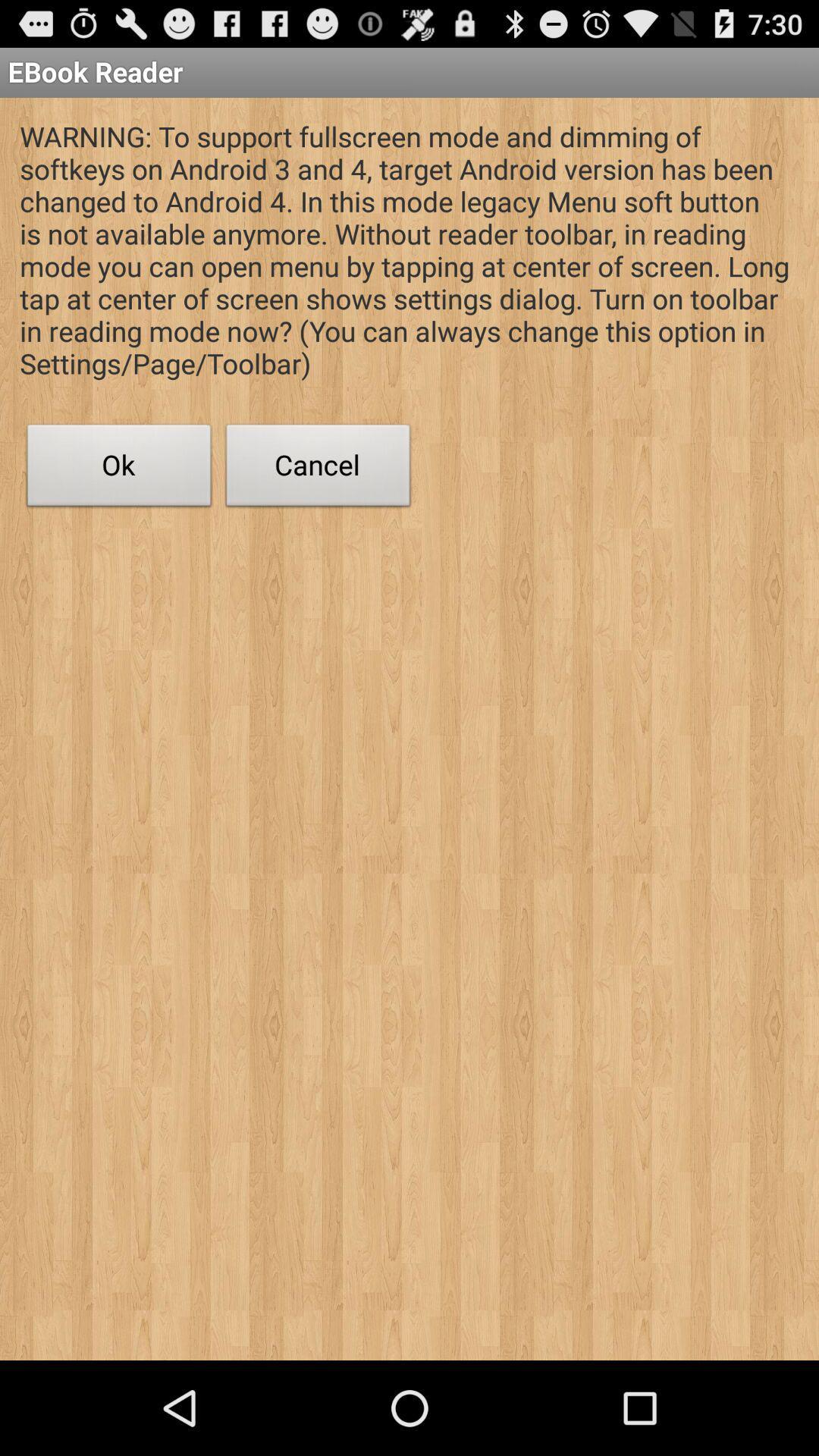  I want to click on item below warning to support, so click(318, 469).